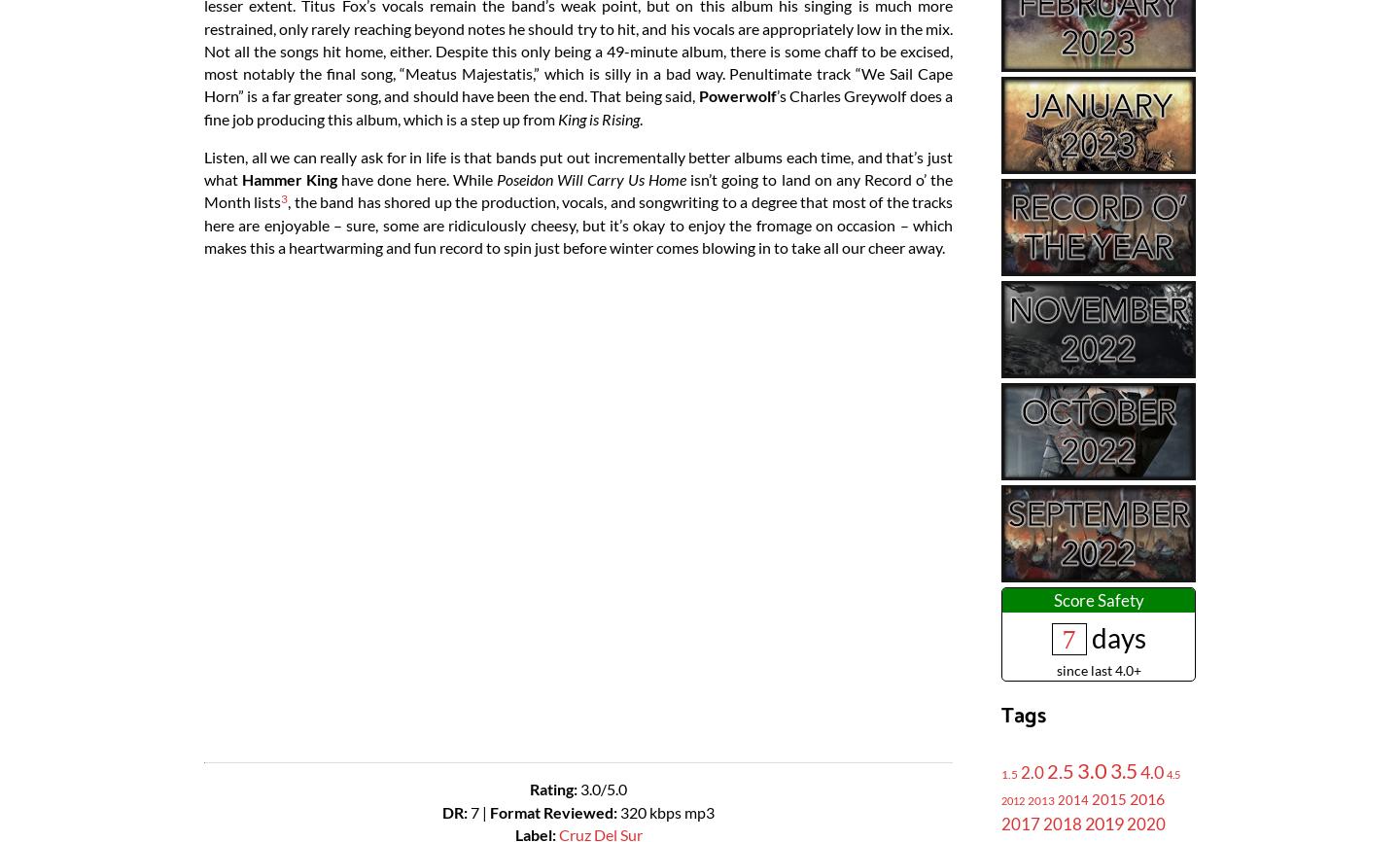 The width and height of the screenshot is (1400, 842). I want to click on '1.5', so click(1009, 772).